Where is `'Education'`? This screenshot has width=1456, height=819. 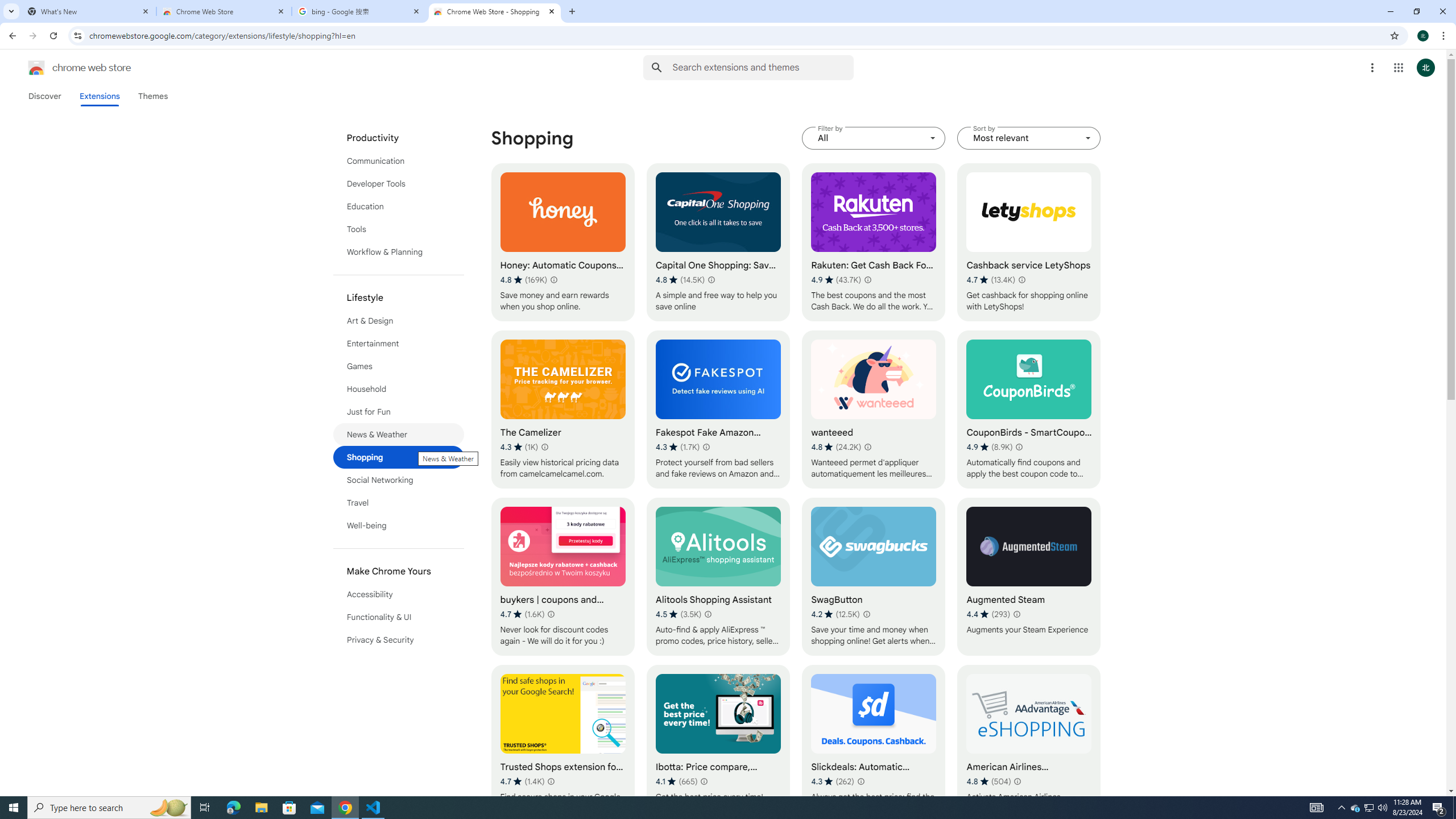
'Education' is located at coordinates (399, 205).